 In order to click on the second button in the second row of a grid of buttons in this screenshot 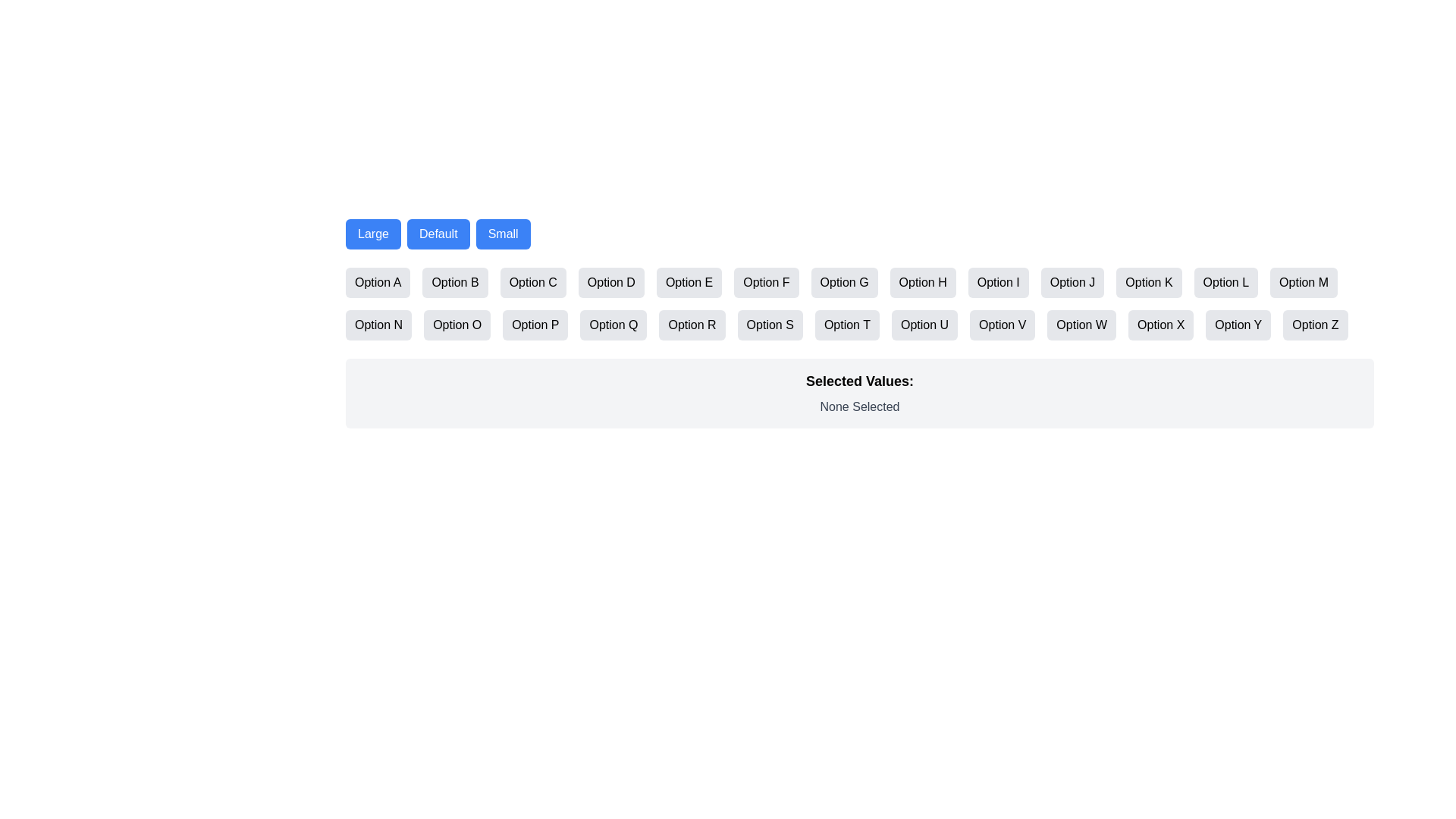, I will do `click(457, 324)`.